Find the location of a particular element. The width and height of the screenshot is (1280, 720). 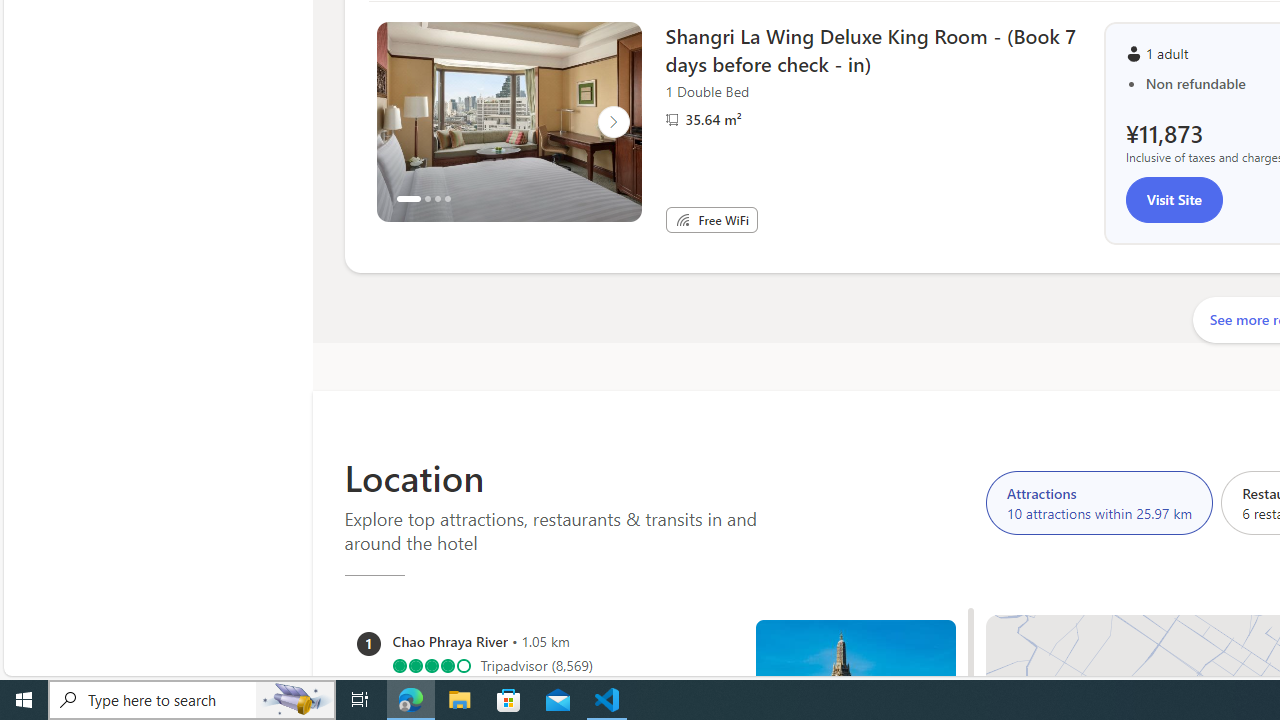

'Attractions 10 attractions within 25.97 km' is located at coordinates (1098, 501).